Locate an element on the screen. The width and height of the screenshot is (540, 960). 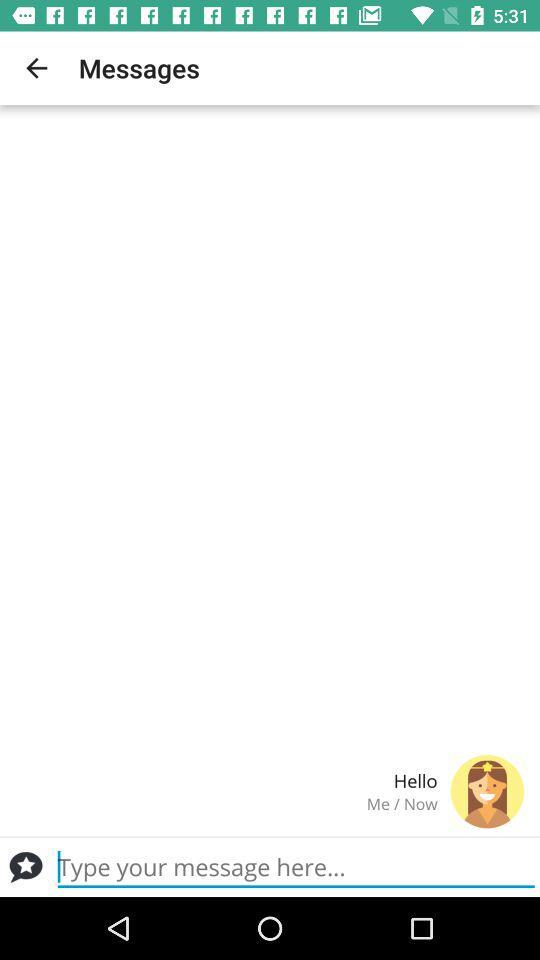
the item above hello item is located at coordinates (36, 68).